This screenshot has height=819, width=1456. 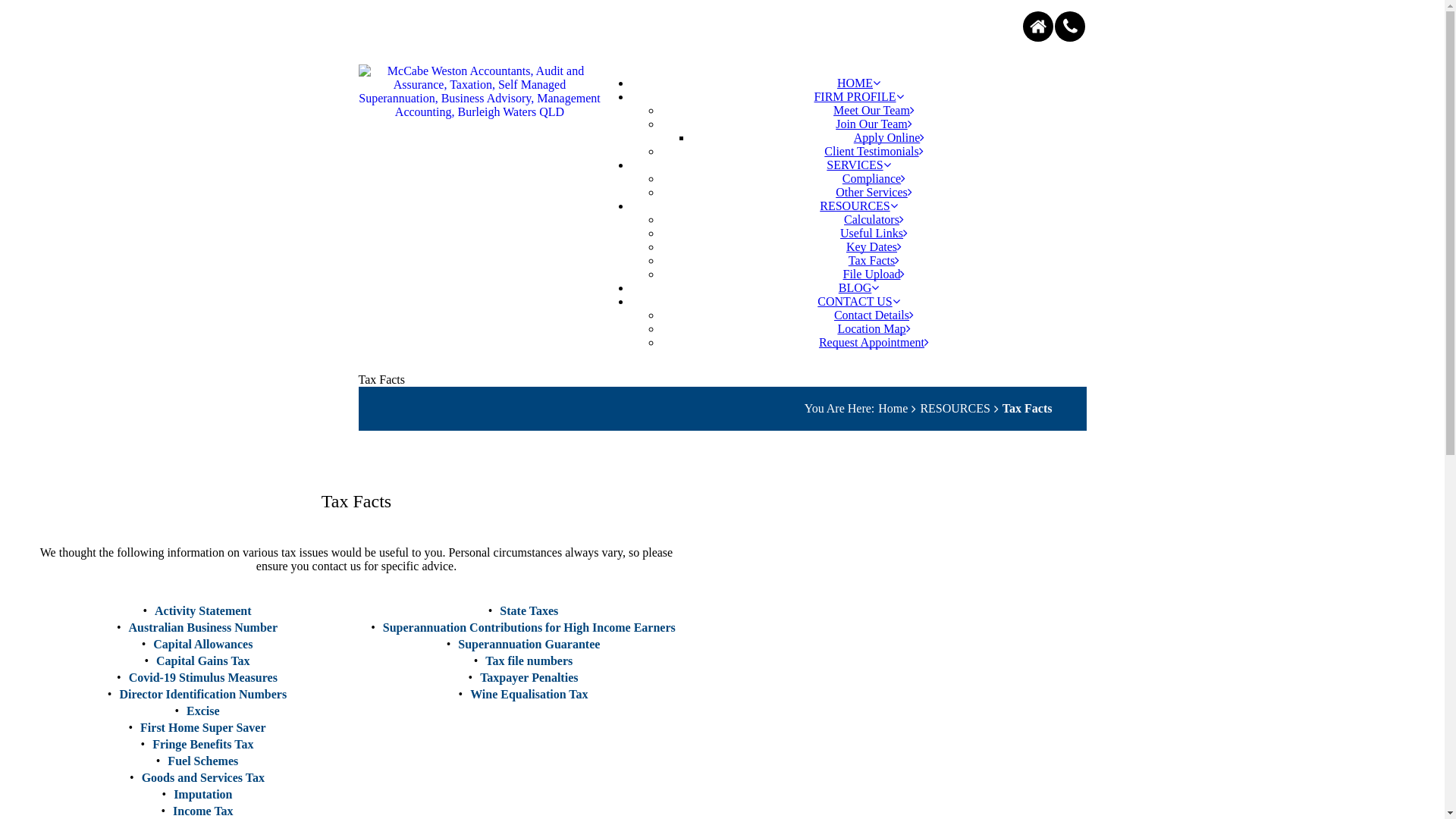 I want to click on 'Covid-19 Stimulus Measures', so click(x=202, y=676).